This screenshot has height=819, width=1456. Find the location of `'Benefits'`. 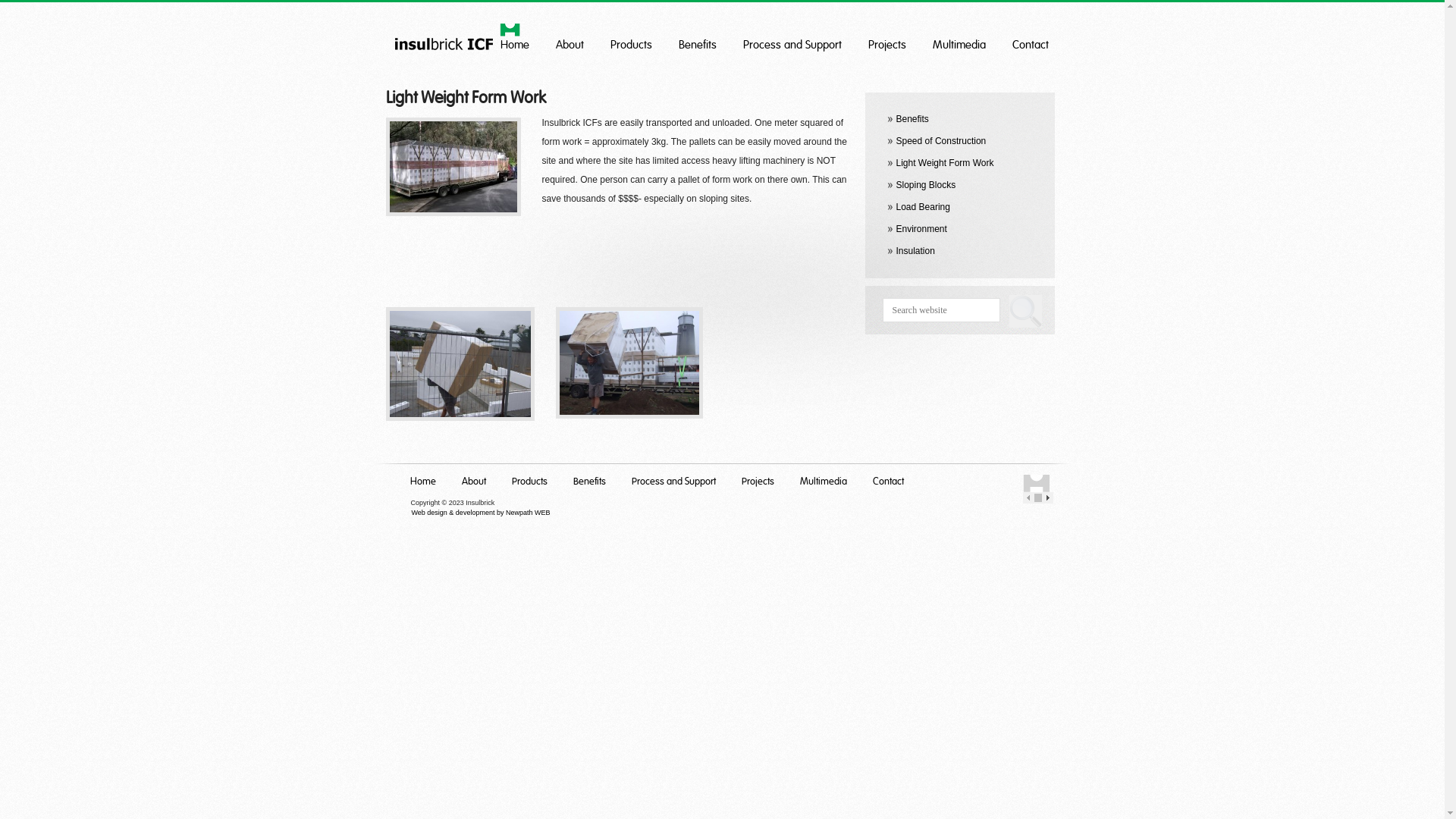

'Benefits' is located at coordinates (695, 40).